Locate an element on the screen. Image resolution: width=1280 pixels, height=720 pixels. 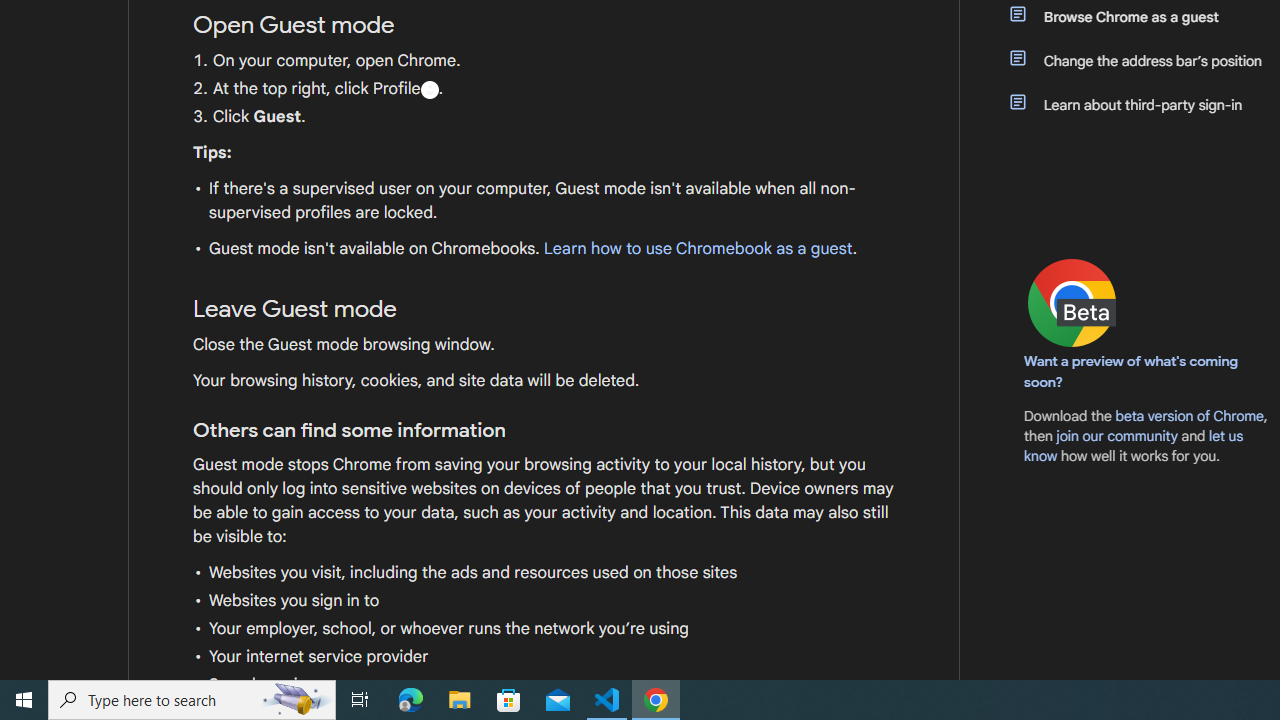
'Learn how to use Chromebook as a guest' is located at coordinates (697, 248).